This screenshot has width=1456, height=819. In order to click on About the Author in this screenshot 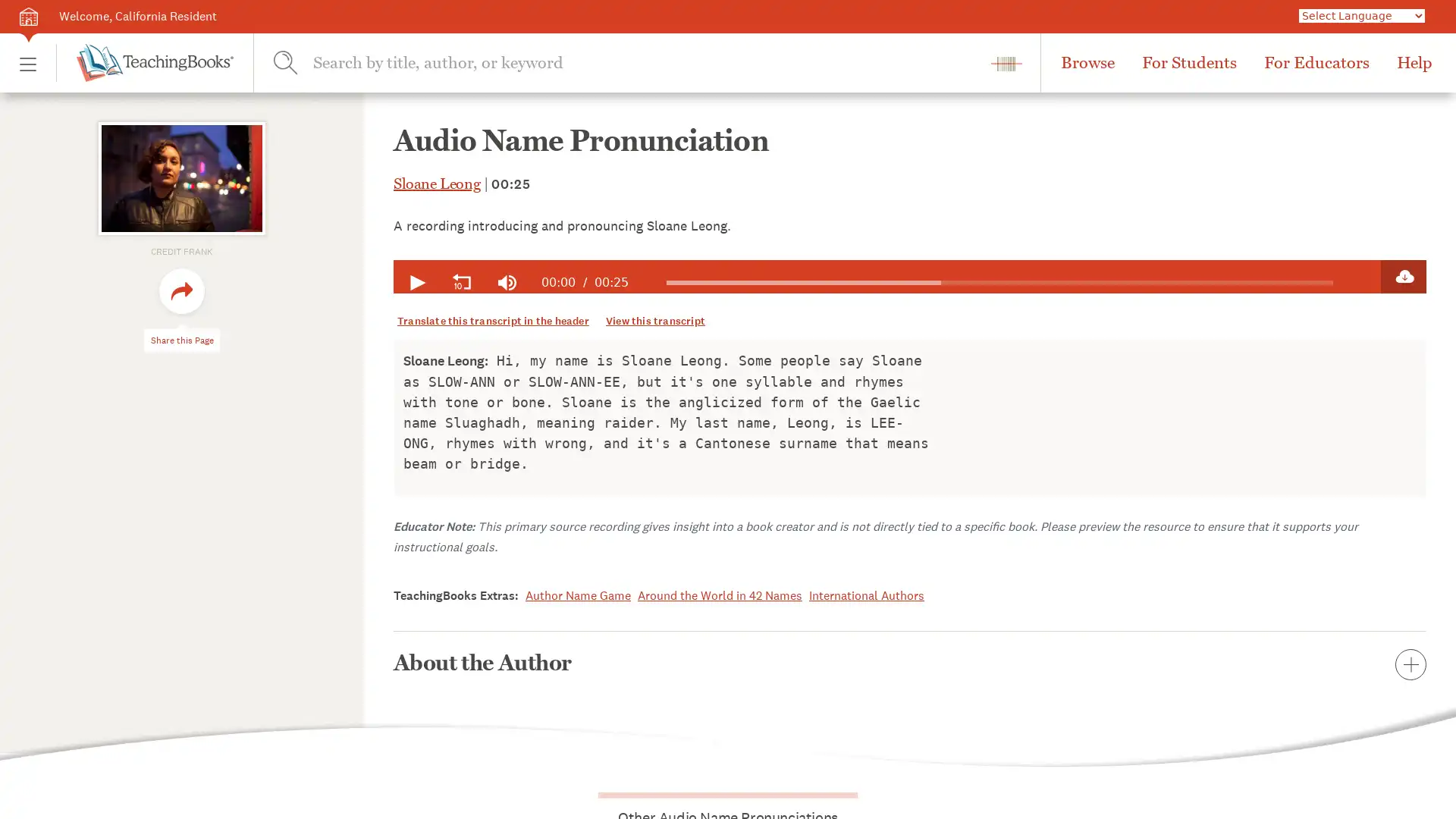, I will do `click(910, 662)`.